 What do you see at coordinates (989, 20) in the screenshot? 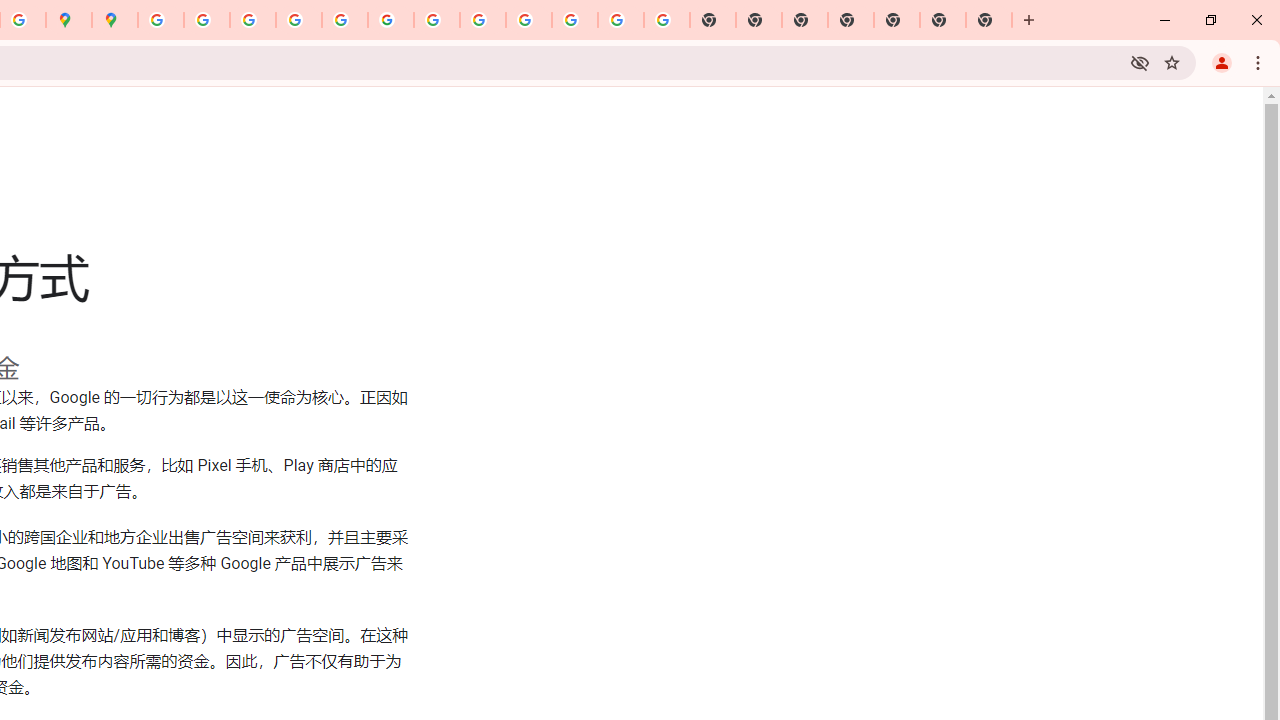
I see `'New Tab'` at bounding box center [989, 20].